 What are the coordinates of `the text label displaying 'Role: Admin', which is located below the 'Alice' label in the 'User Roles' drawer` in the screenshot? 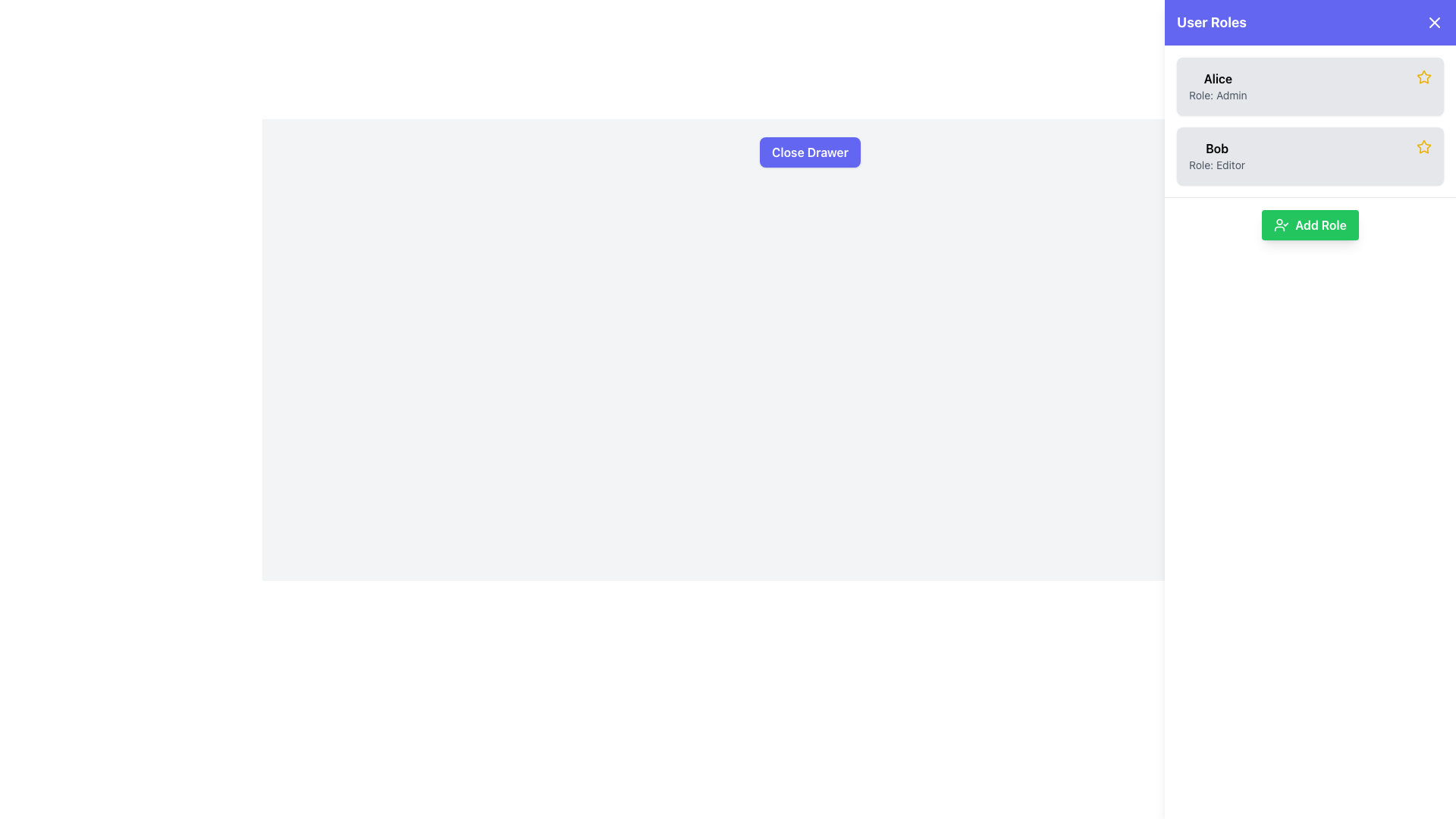 It's located at (1218, 96).